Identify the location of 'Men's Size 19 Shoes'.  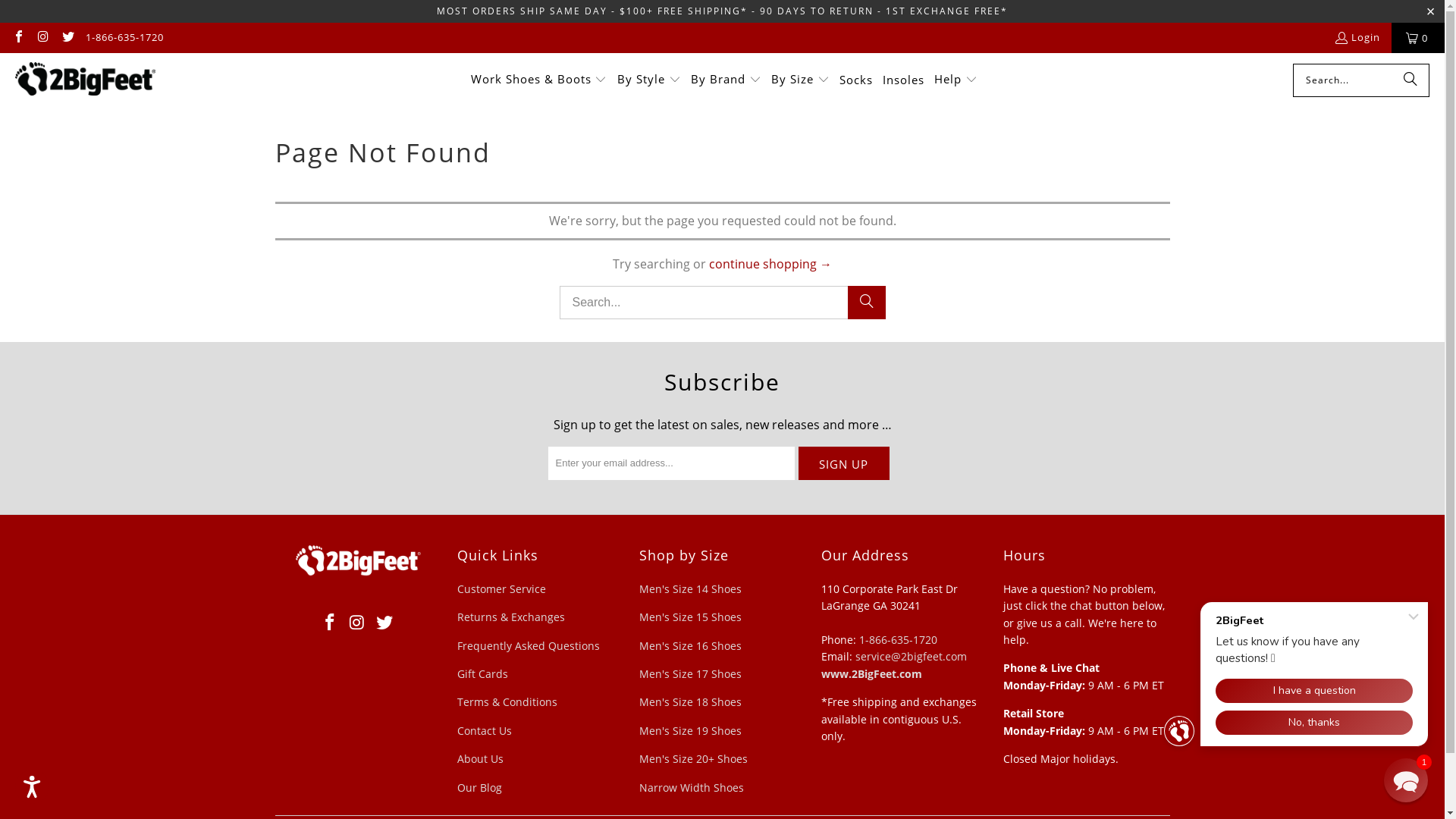
(689, 730).